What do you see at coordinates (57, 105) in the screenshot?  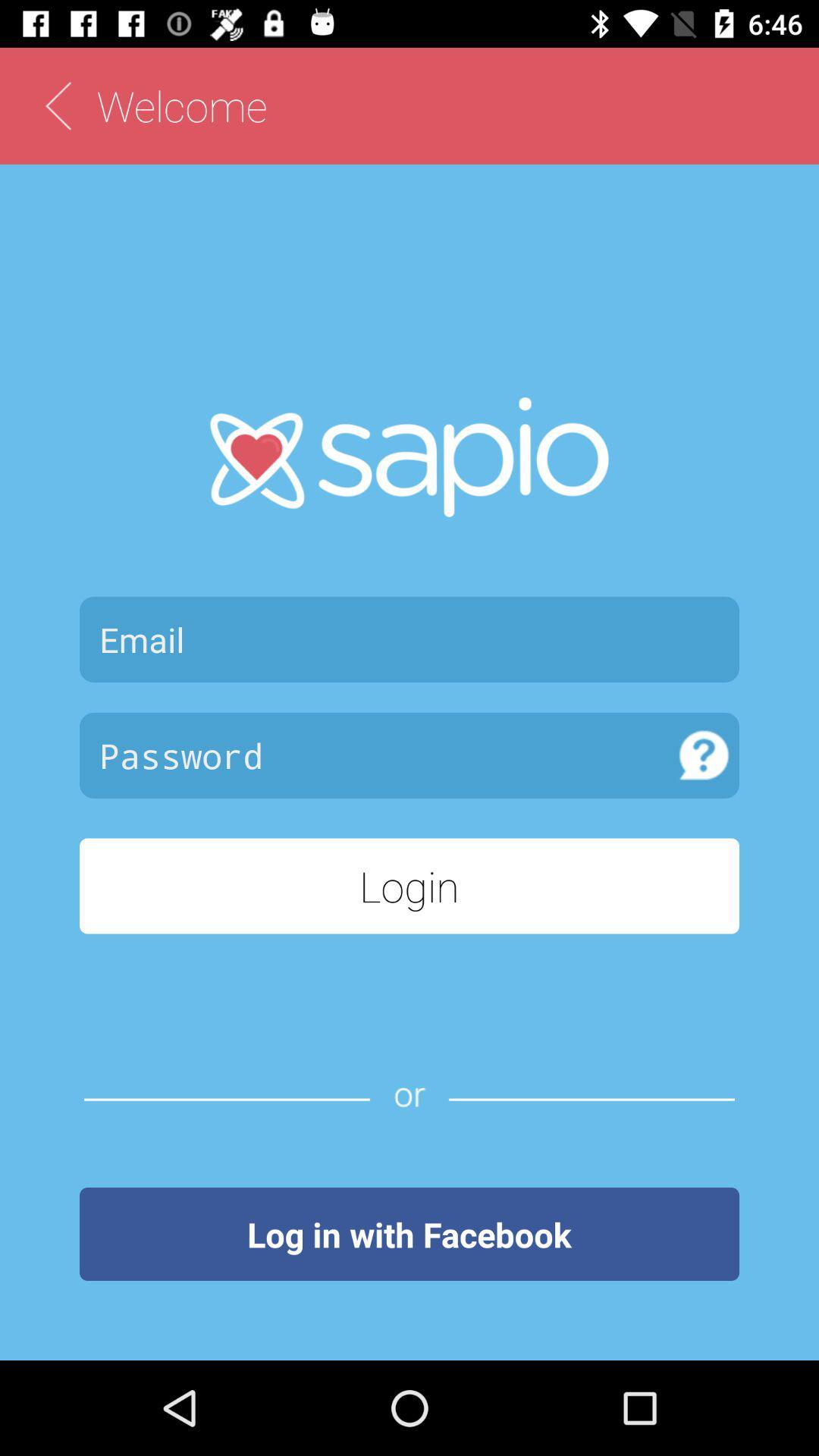 I see `back page` at bounding box center [57, 105].